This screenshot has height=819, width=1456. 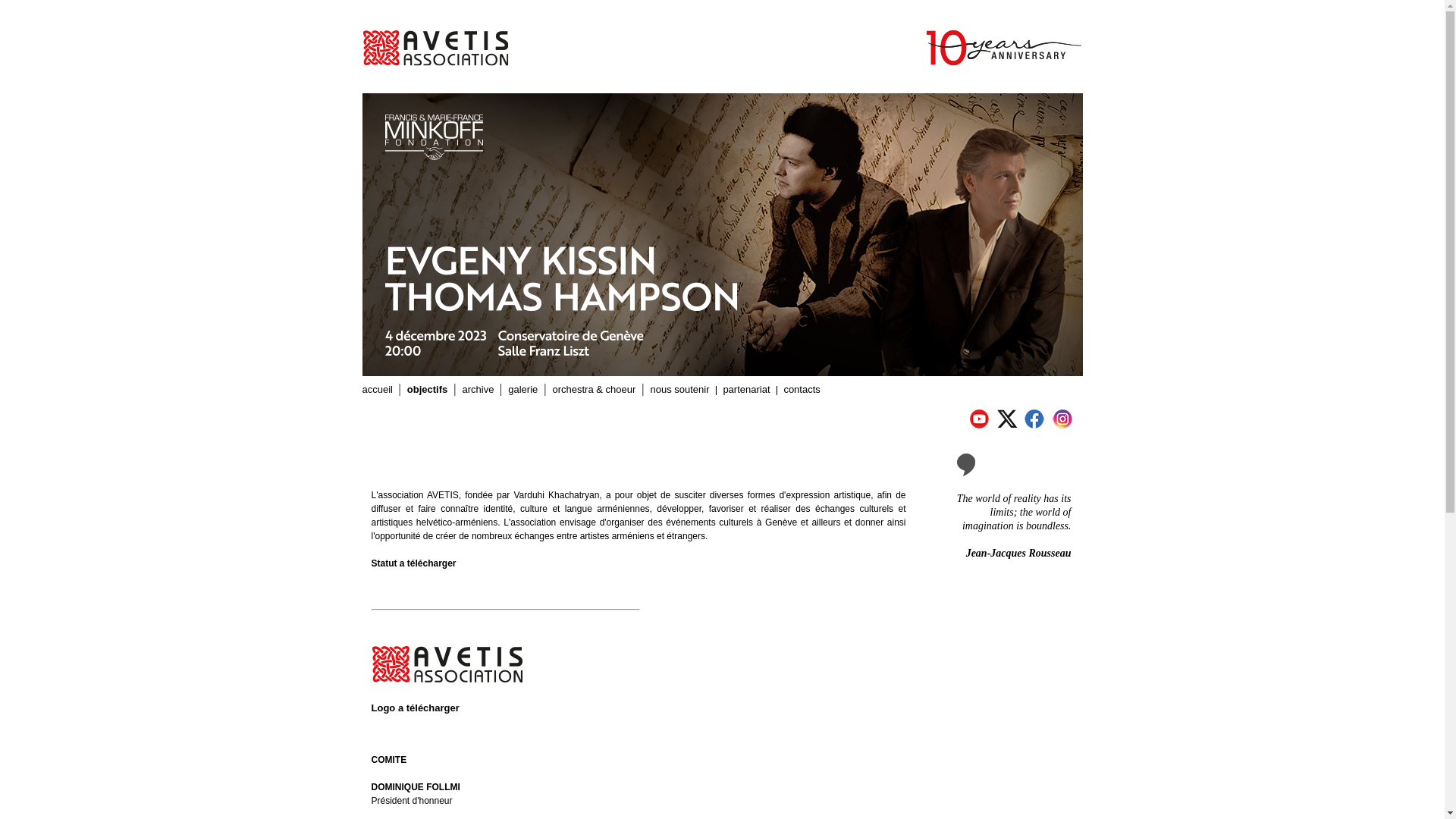 What do you see at coordinates (592, 388) in the screenshot?
I see `'orchestra & choeur'` at bounding box center [592, 388].